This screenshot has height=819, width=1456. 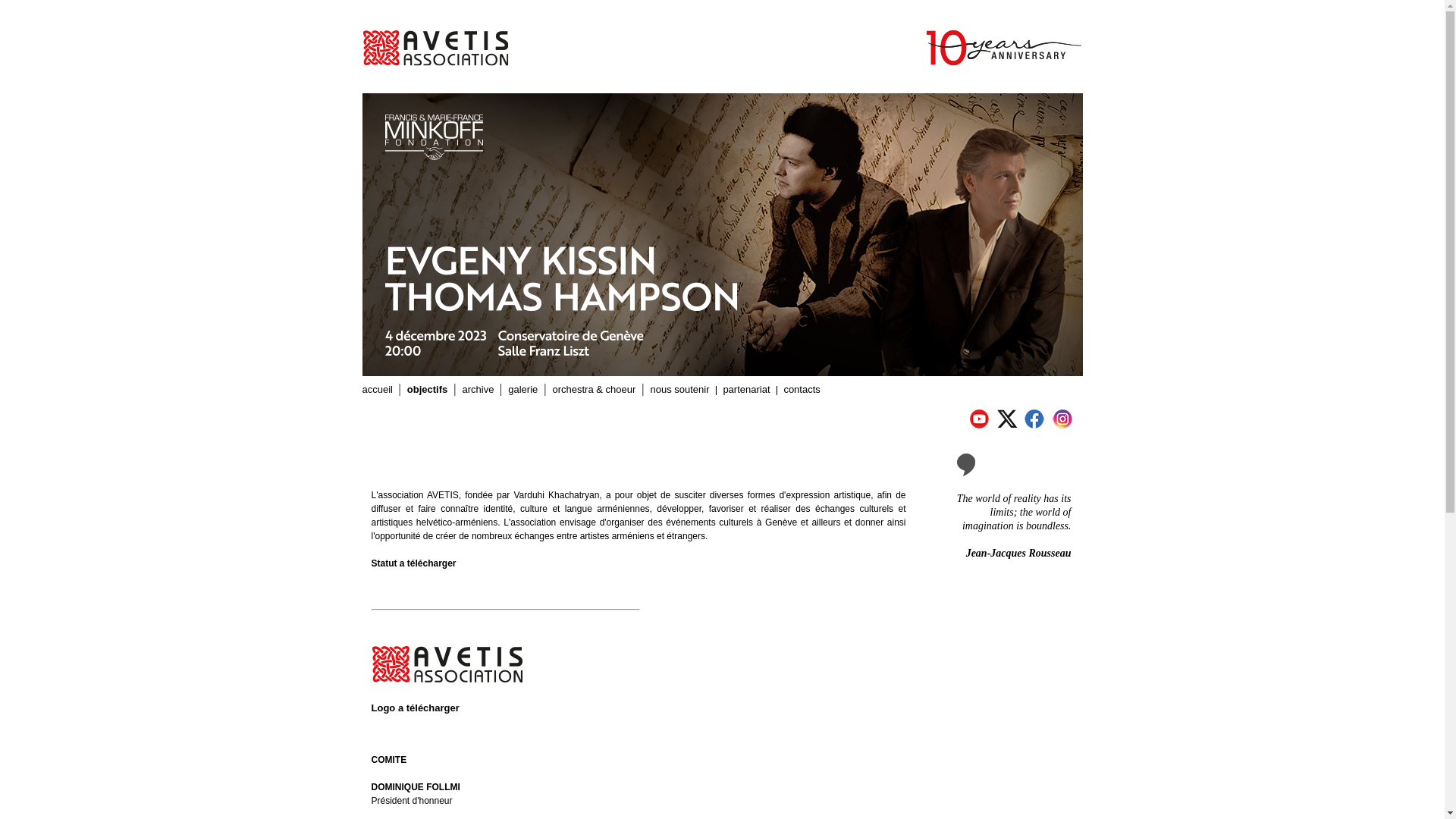 What do you see at coordinates (592, 388) in the screenshot?
I see `'orchestra & choeur'` at bounding box center [592, 388].